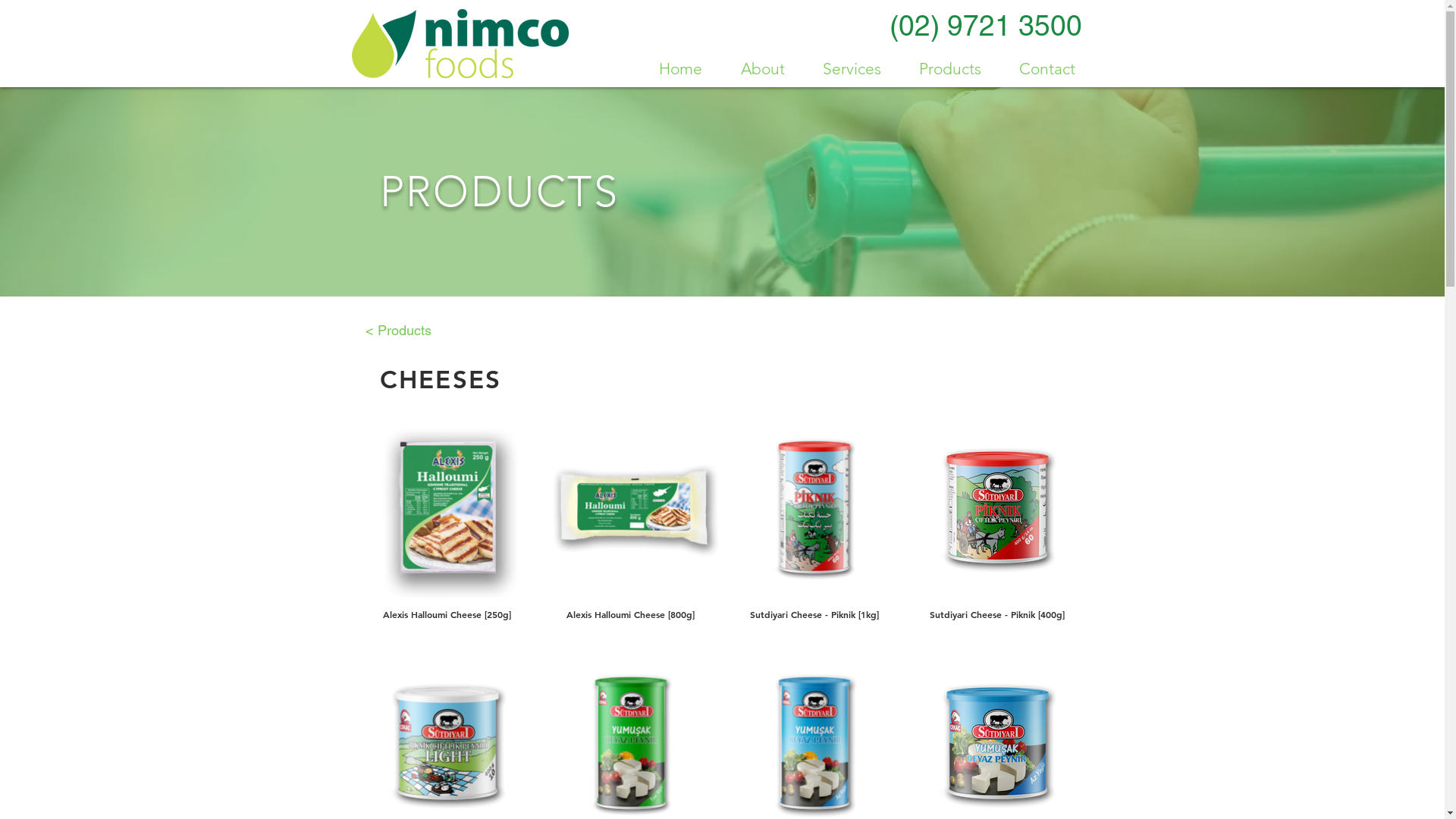 The width and height of the screenshot is (1456, 819). I want to click on 'Home', so click(679, 68).